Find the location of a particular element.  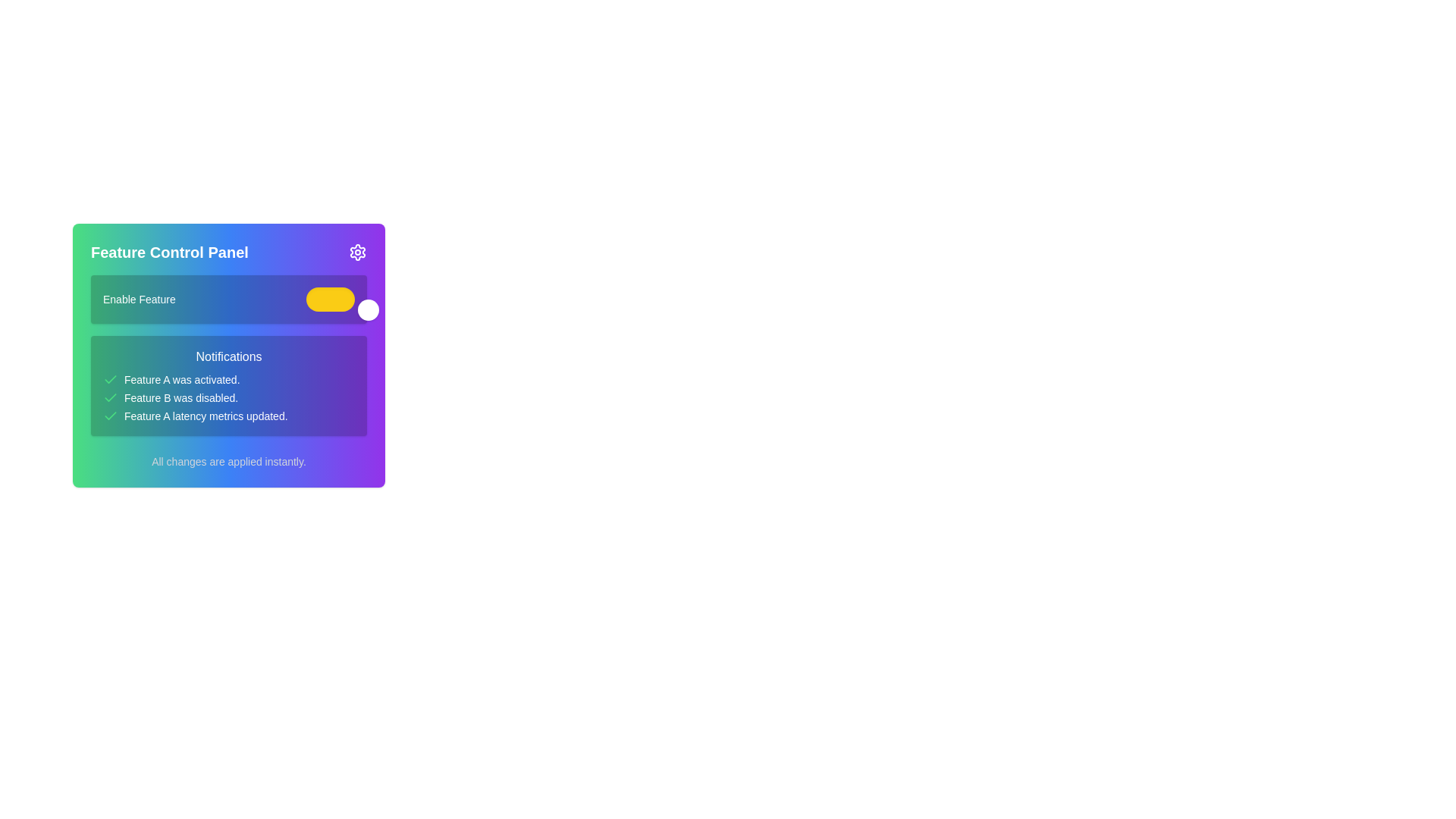

the notification text 'Feature A was activated.' is located at coordinates (228, 379).